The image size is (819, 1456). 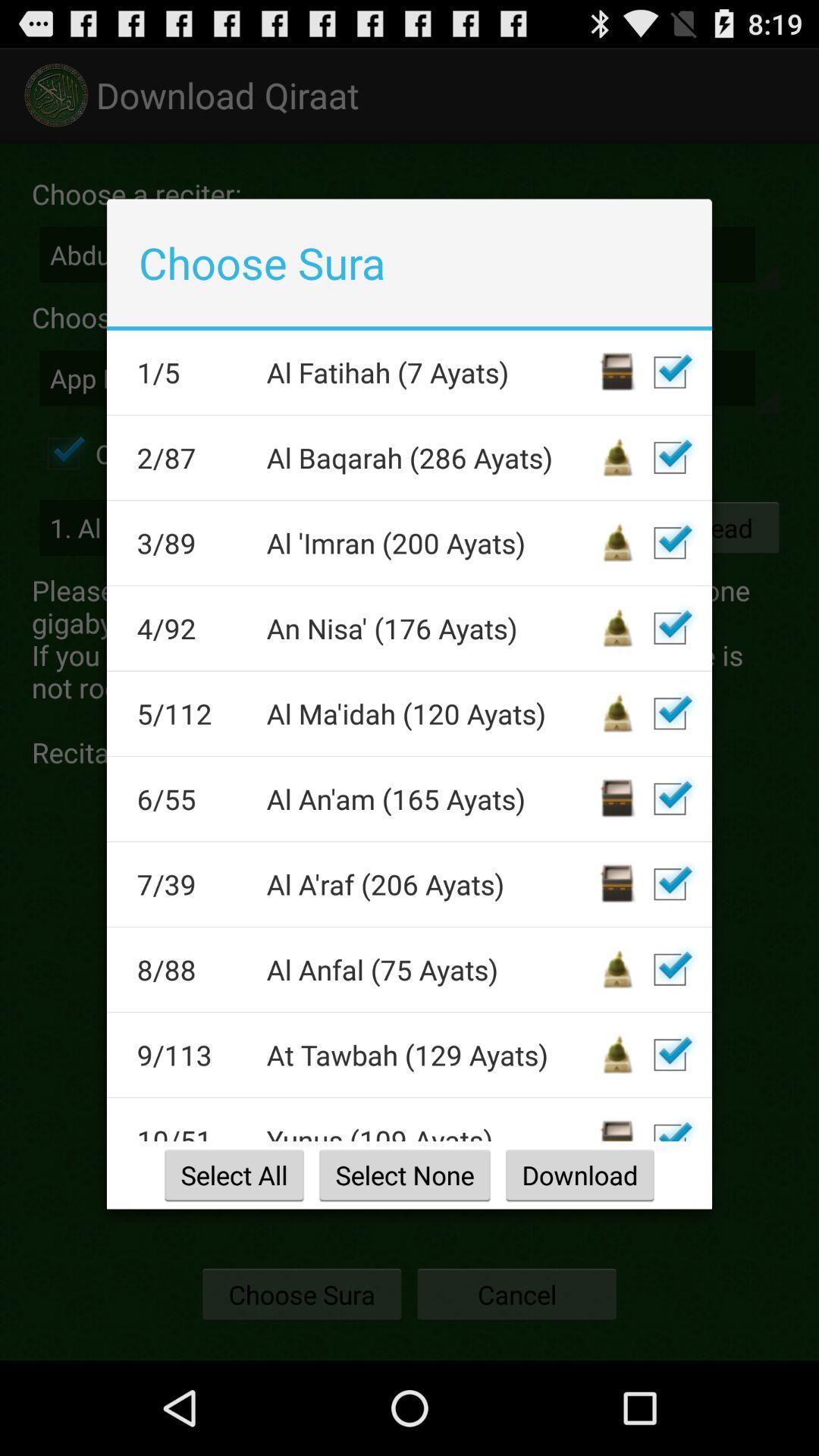 I want to click on download selection, so click(x=669, y=543).